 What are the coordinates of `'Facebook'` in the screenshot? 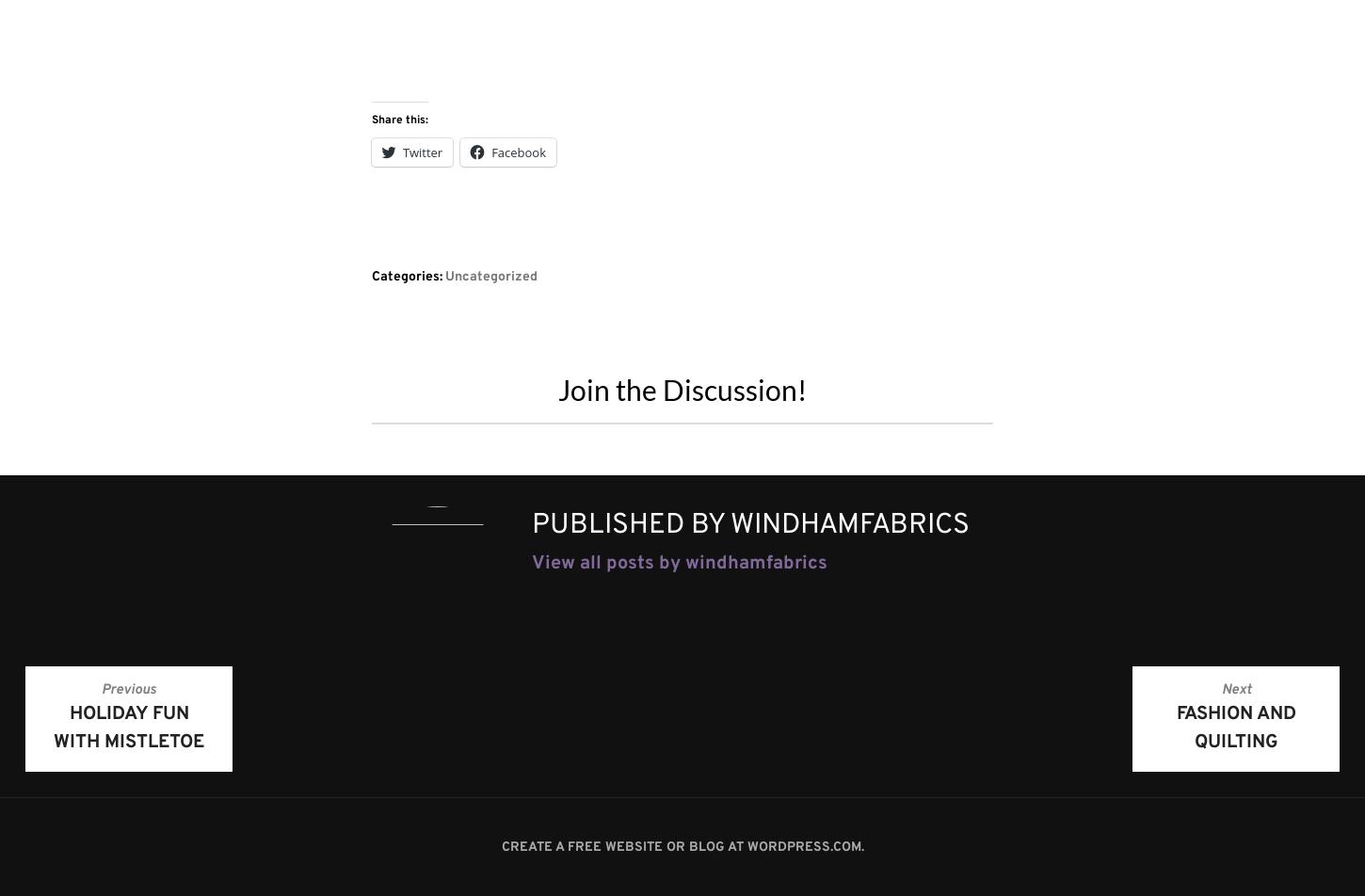 It's located at (491, 151).